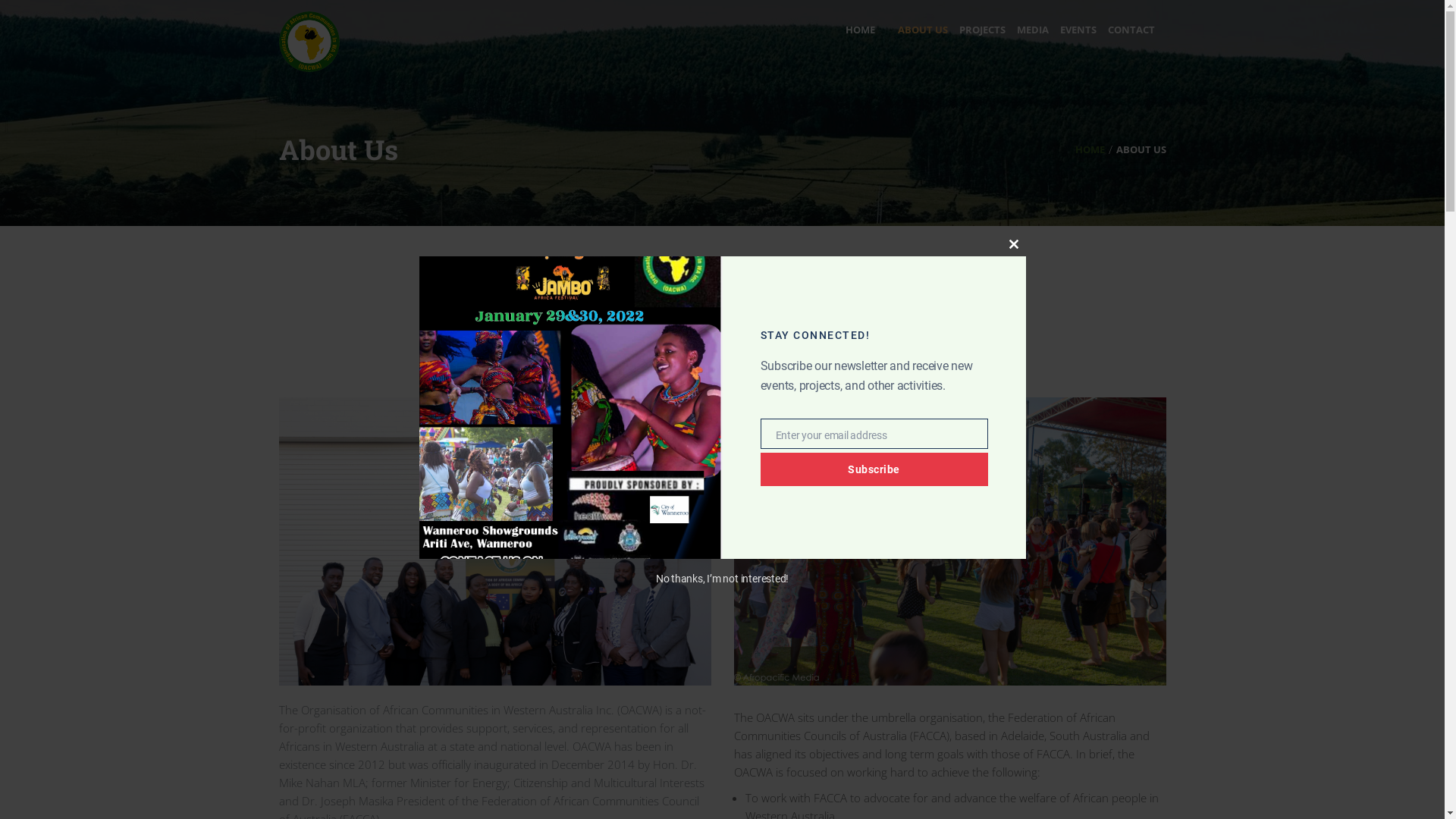  What do you see at coordinates (1131, 30) in the screenshot?
I see `'CONTACT'` at bounding box center [1131, 30].